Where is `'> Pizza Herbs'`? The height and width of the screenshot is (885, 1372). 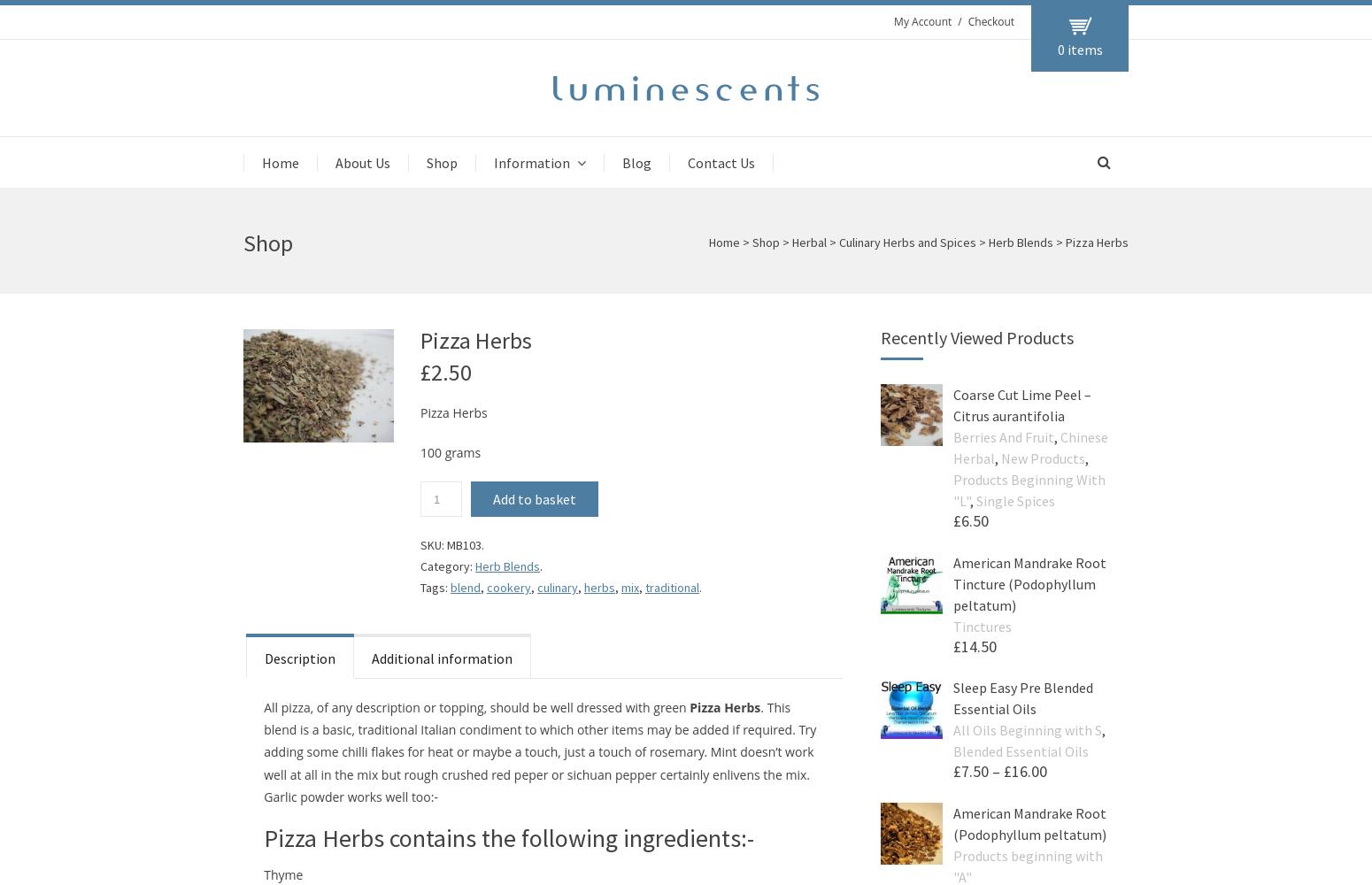 '> Pizza Herbs' is located at coordinates (1091, 242).